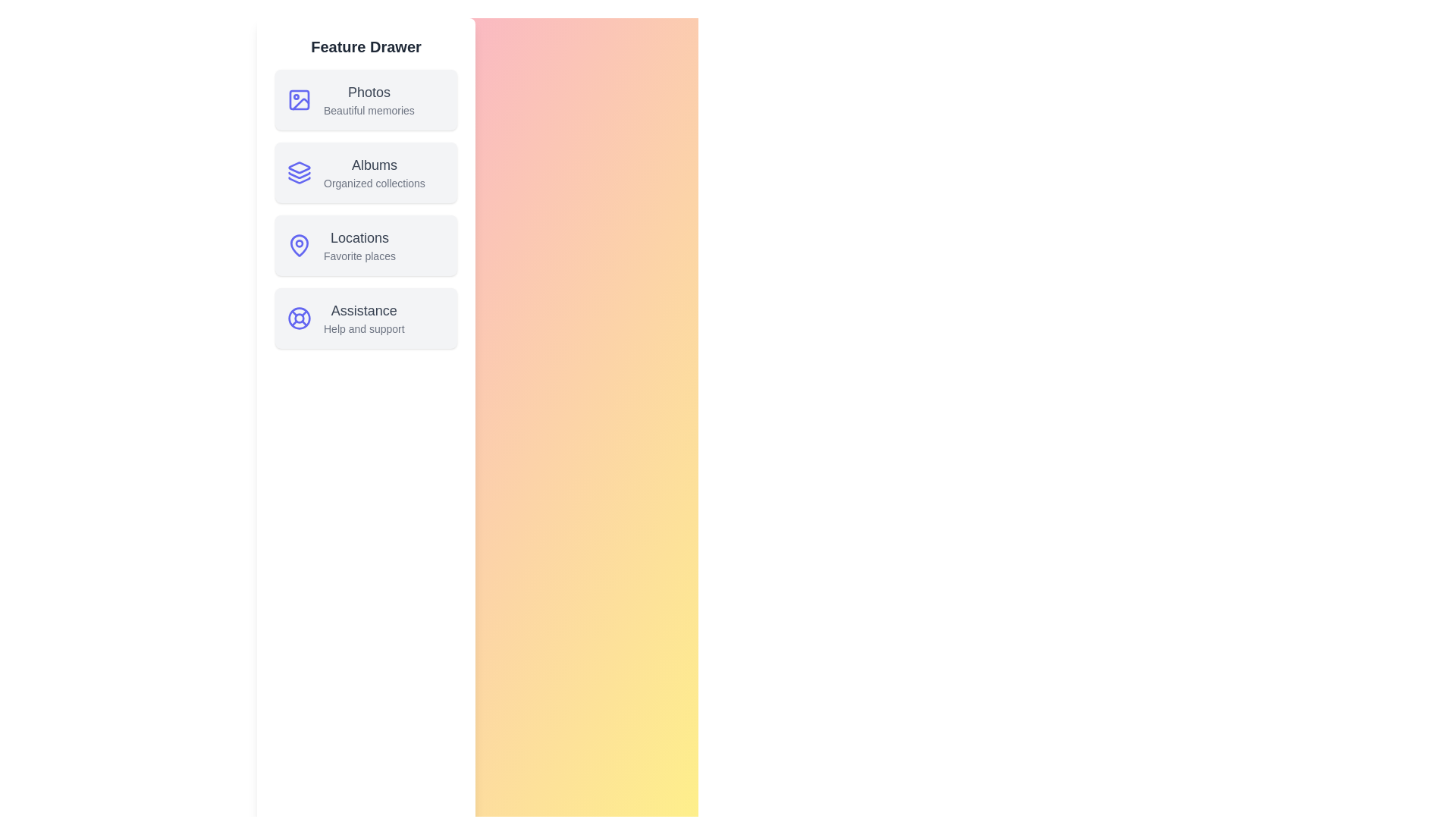 The image size is (1456, 819). What do you see at coordinates (299, 318) in the screenshot?
I see `the icon for Assistance` at bounding box center [299, 318].